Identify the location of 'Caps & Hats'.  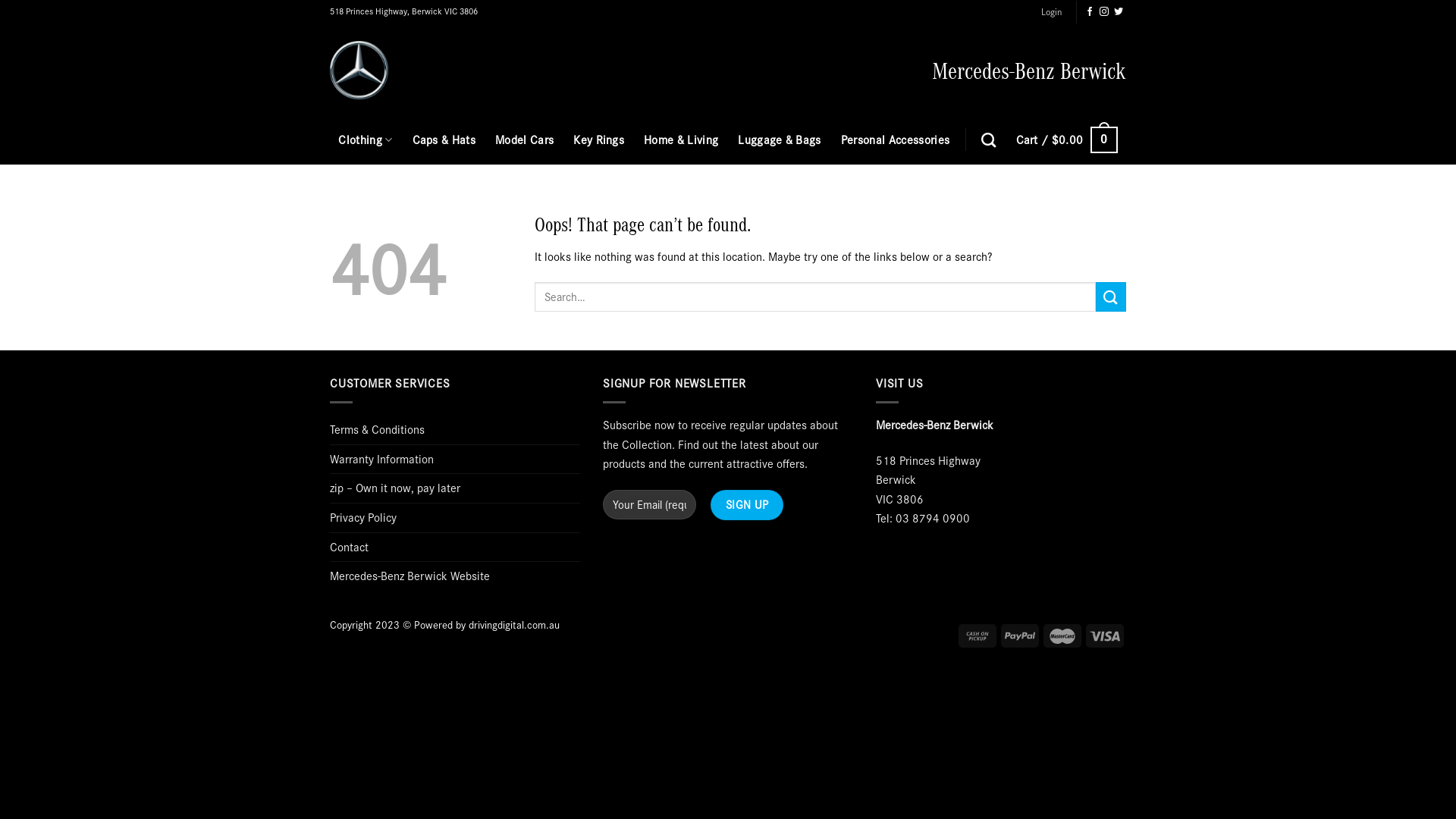
(412, 140).